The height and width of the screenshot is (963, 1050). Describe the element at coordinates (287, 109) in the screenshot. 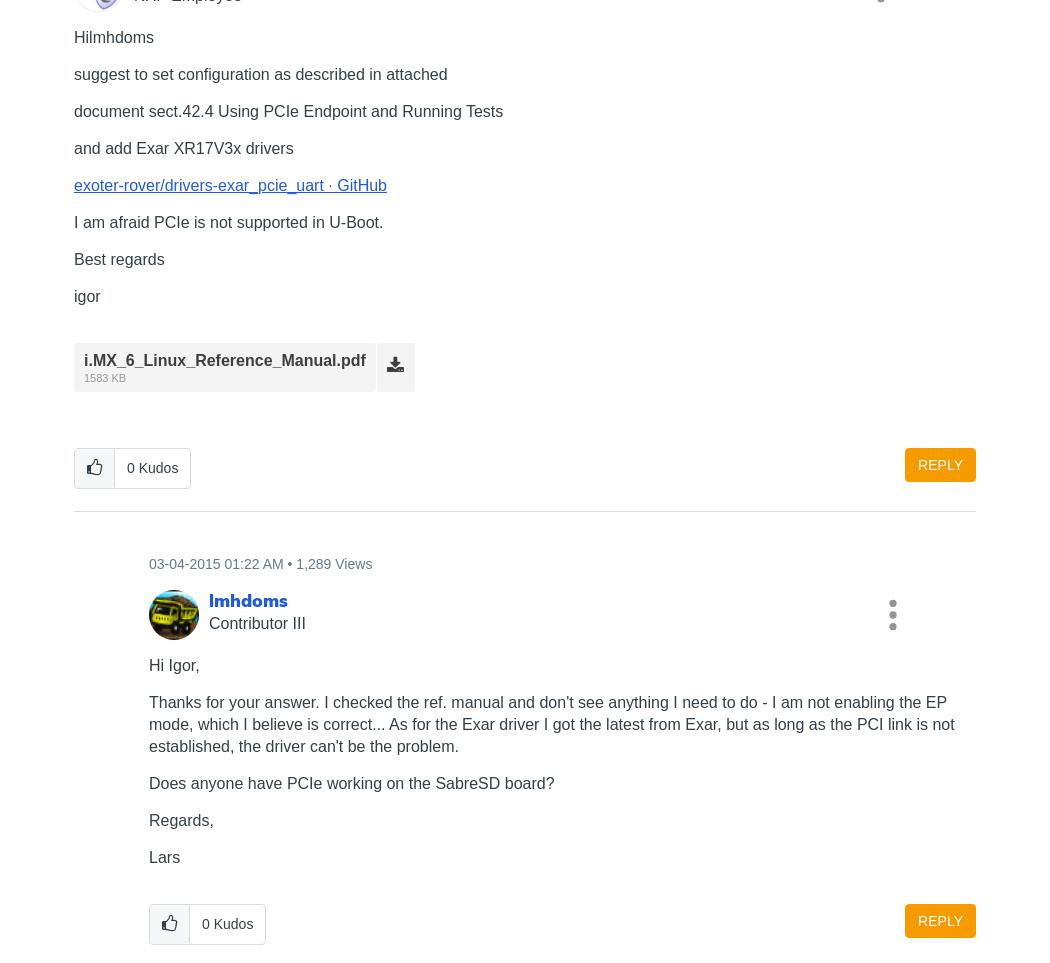

I see `'document sect.42.4 Using PCIe Endpoint and Running Tests'` at that location.